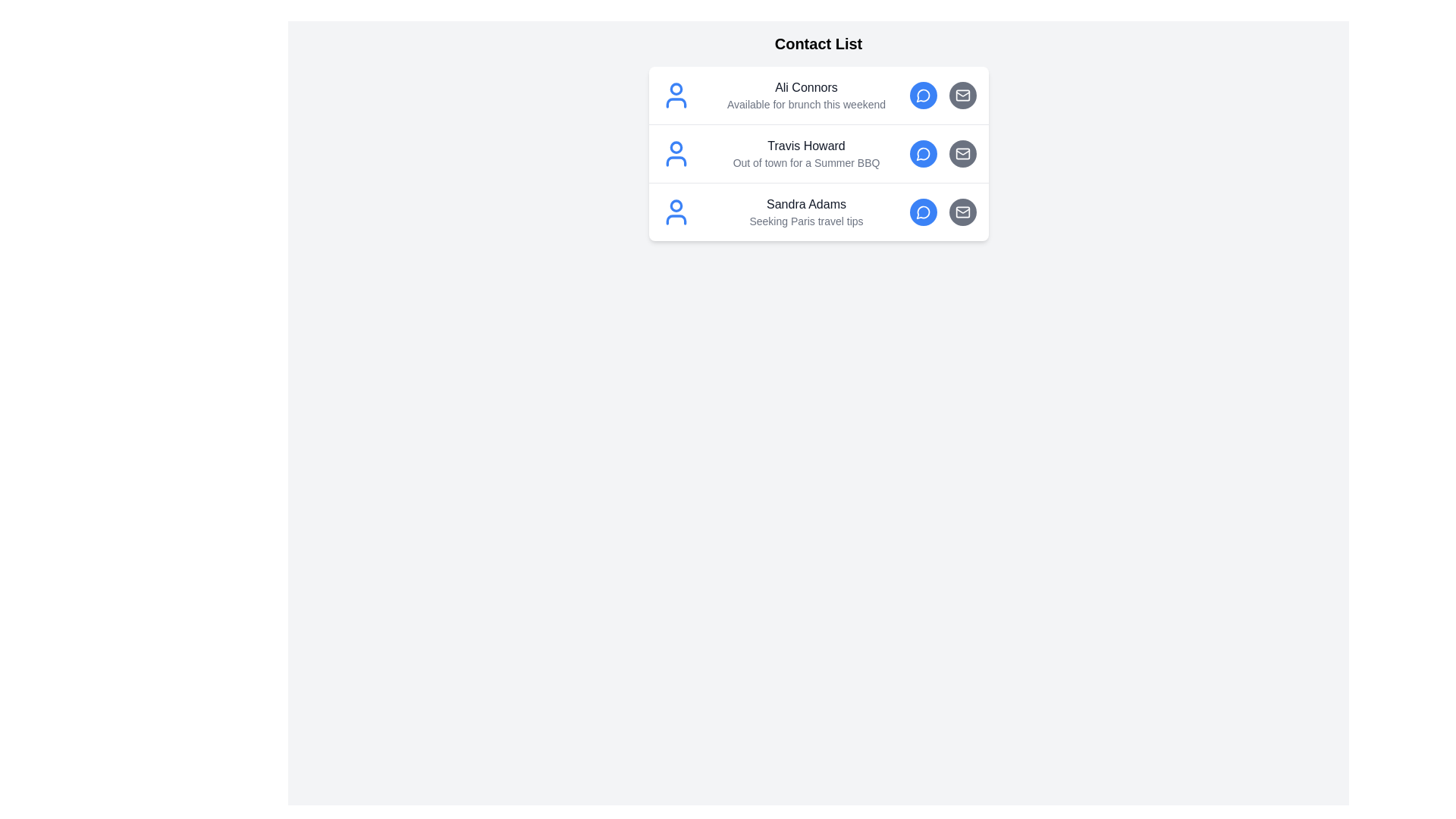 The image size is (1456, 819). I want to click on the actionable contact mail button located at the far right of the third row in the contact list to interact with it, so click(962, 212).